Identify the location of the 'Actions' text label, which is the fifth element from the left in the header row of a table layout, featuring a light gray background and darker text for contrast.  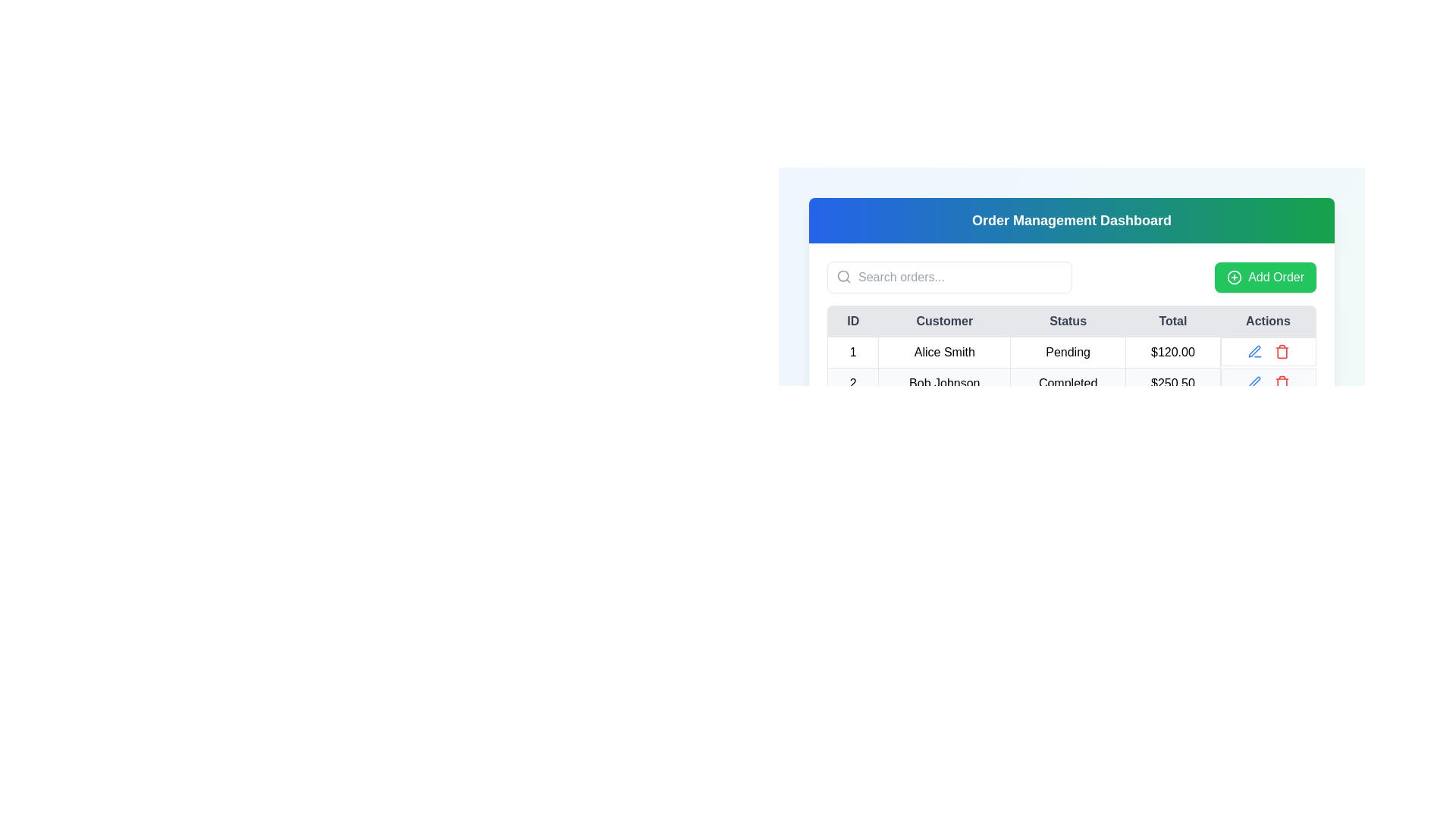
(1268, 321).